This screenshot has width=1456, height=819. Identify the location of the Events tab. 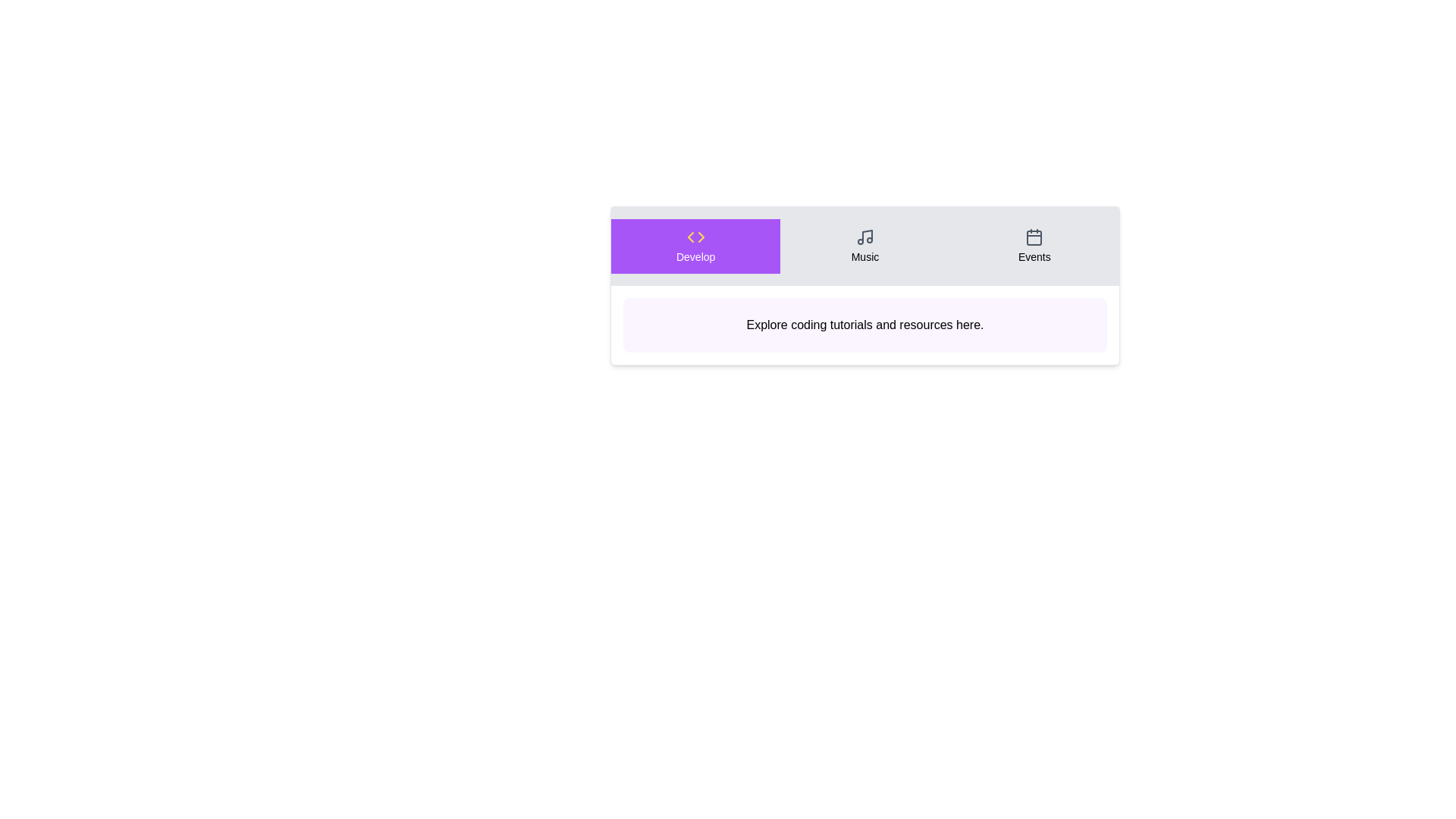
(1034, 245).